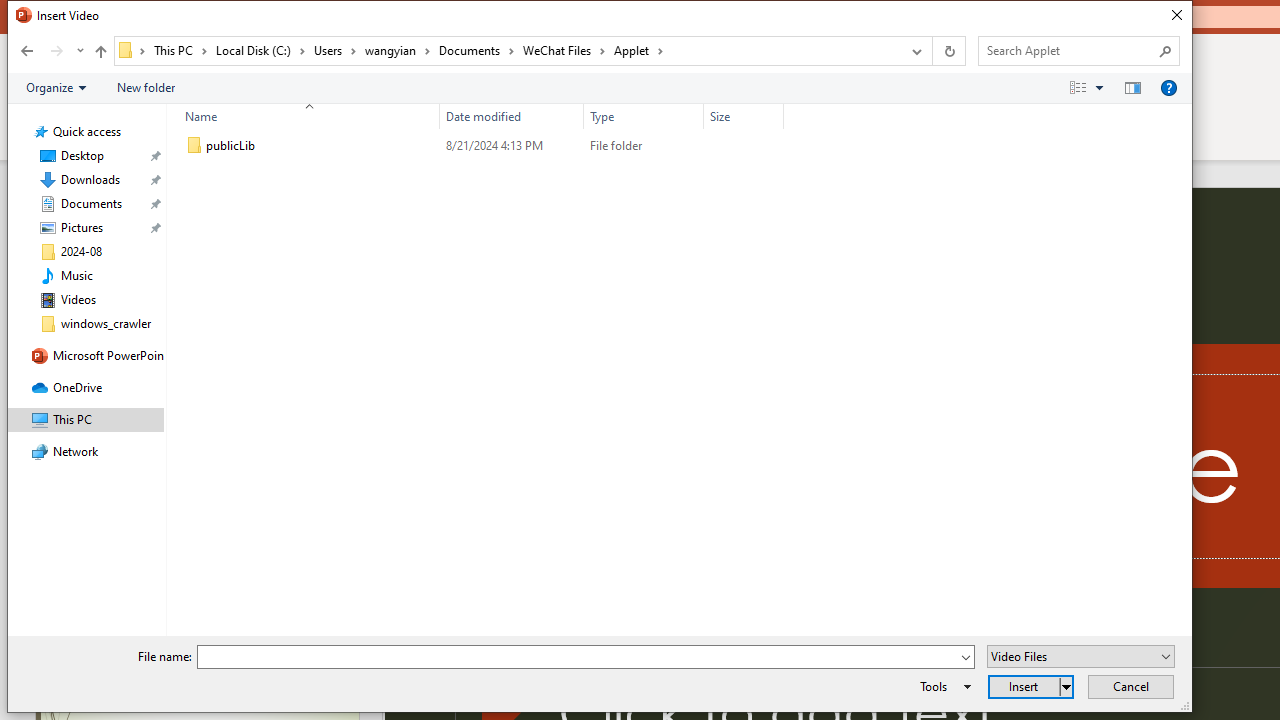 Image resolution: width=1280 pixels, height=720 pixels. Describe the element at coordinates (50, 50) in the screenshot. I see `'Navigation buttons'` at that location.